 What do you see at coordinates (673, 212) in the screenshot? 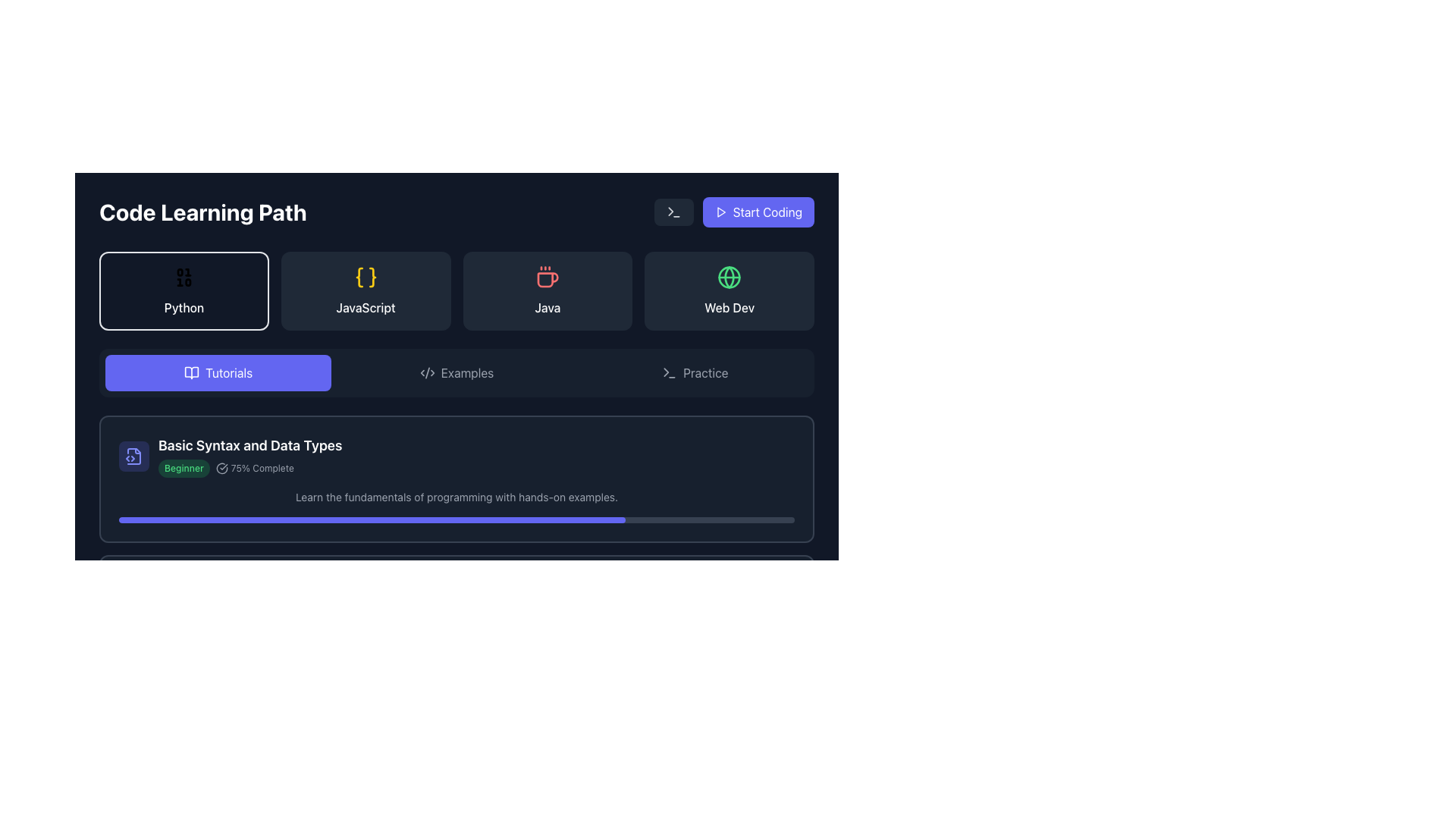
I see `the button with an icon that opens the terminal, located to the left of the 'Start Coding' button in the top-right section of the interface` at bounding box center [673, 212].